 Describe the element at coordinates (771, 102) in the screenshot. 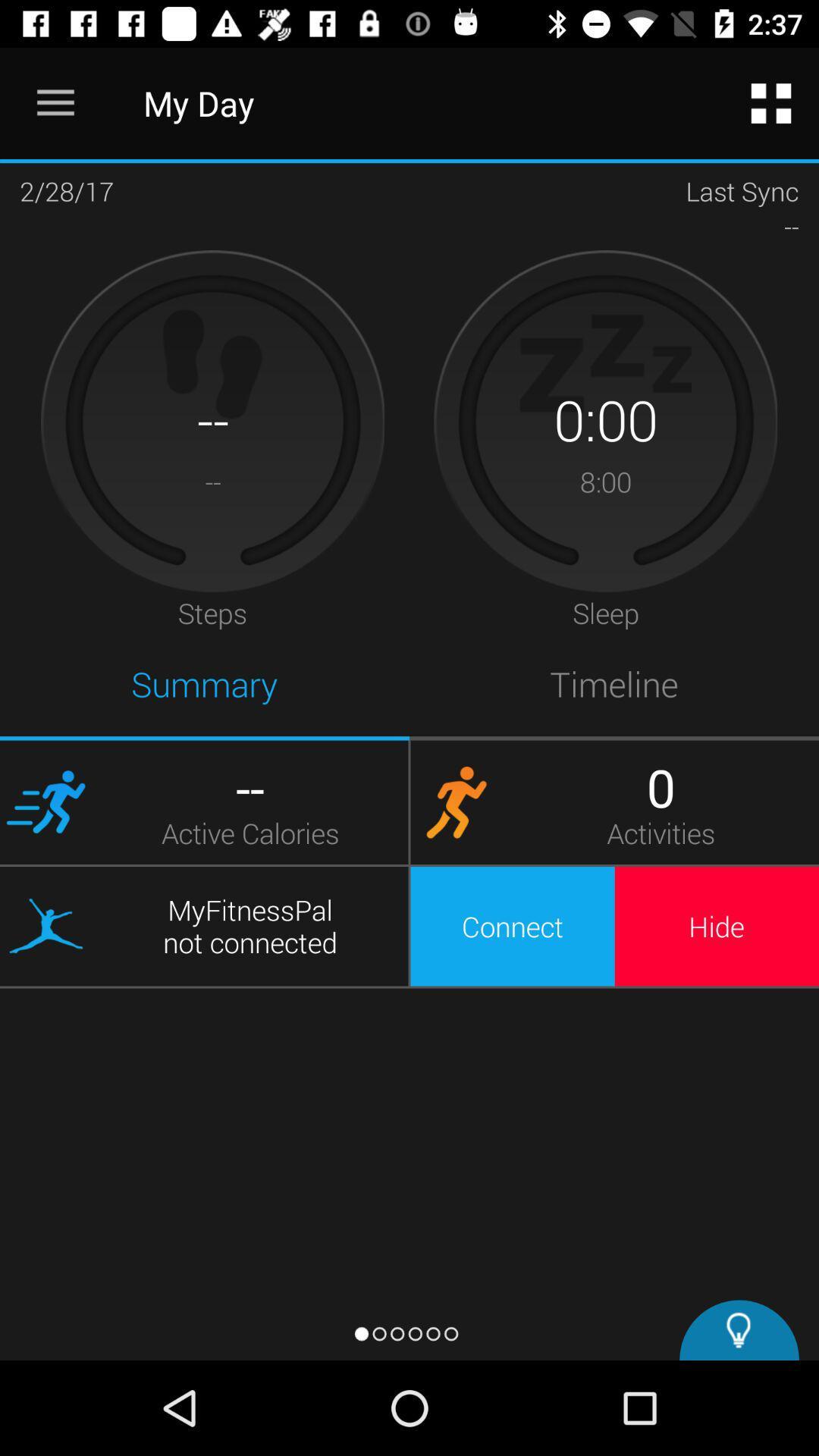

I see `item to the right of my day` at that location.